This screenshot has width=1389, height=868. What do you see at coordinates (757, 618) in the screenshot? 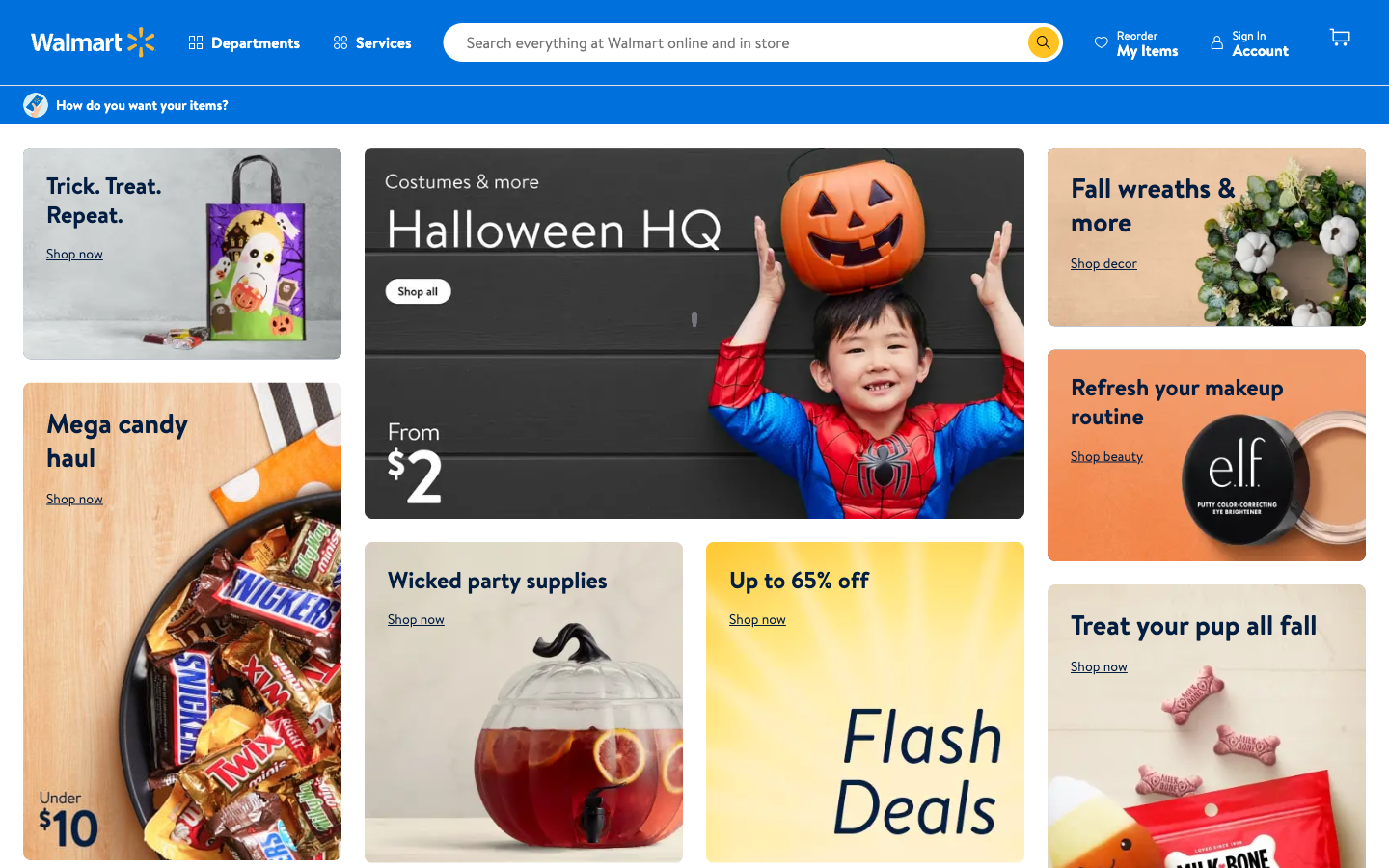
I see `flash deals part on the website through shop now click action` at bounding box center [757, 618].